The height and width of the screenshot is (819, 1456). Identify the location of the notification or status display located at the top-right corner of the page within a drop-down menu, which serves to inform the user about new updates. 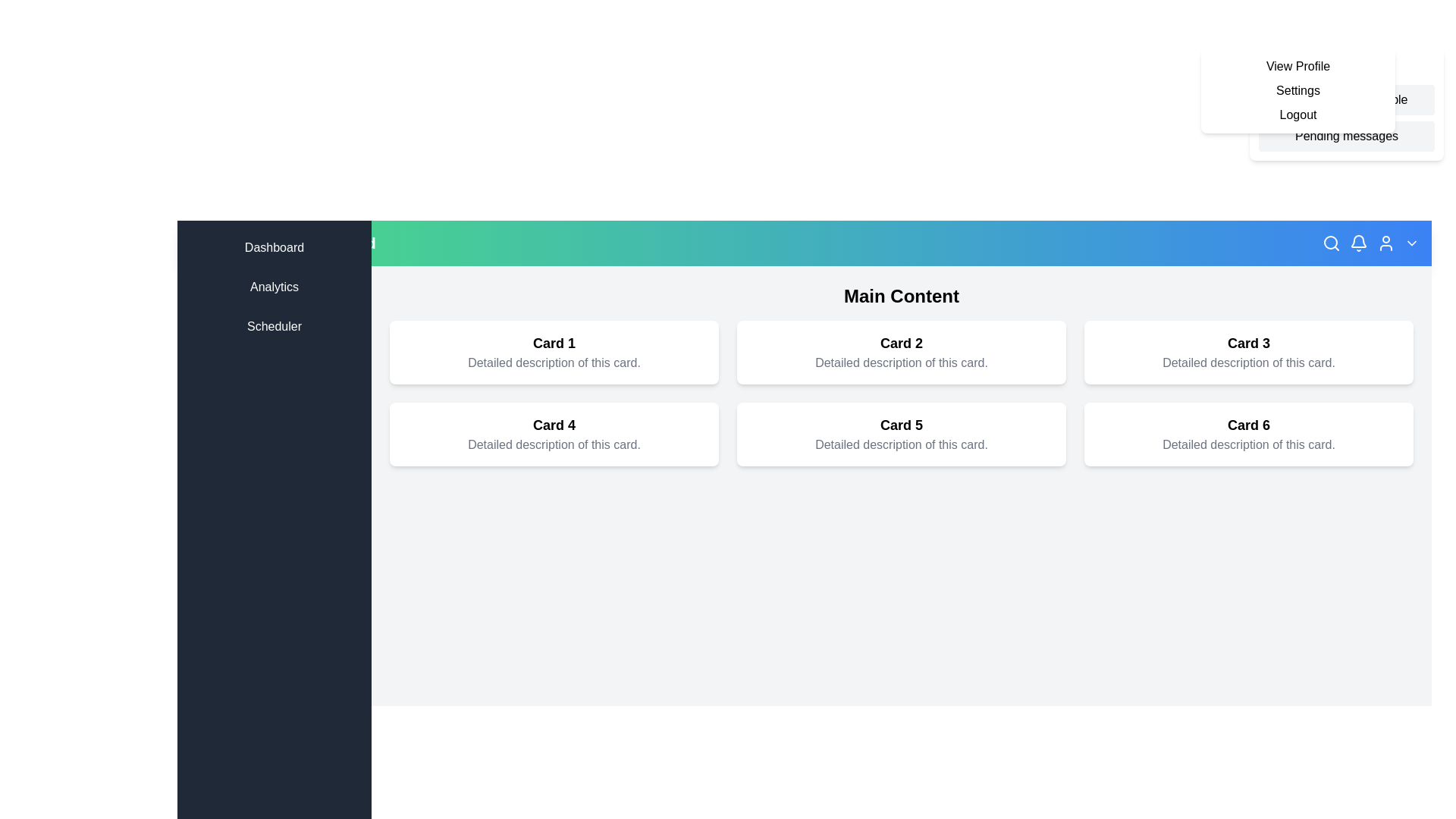
(1347, 99).